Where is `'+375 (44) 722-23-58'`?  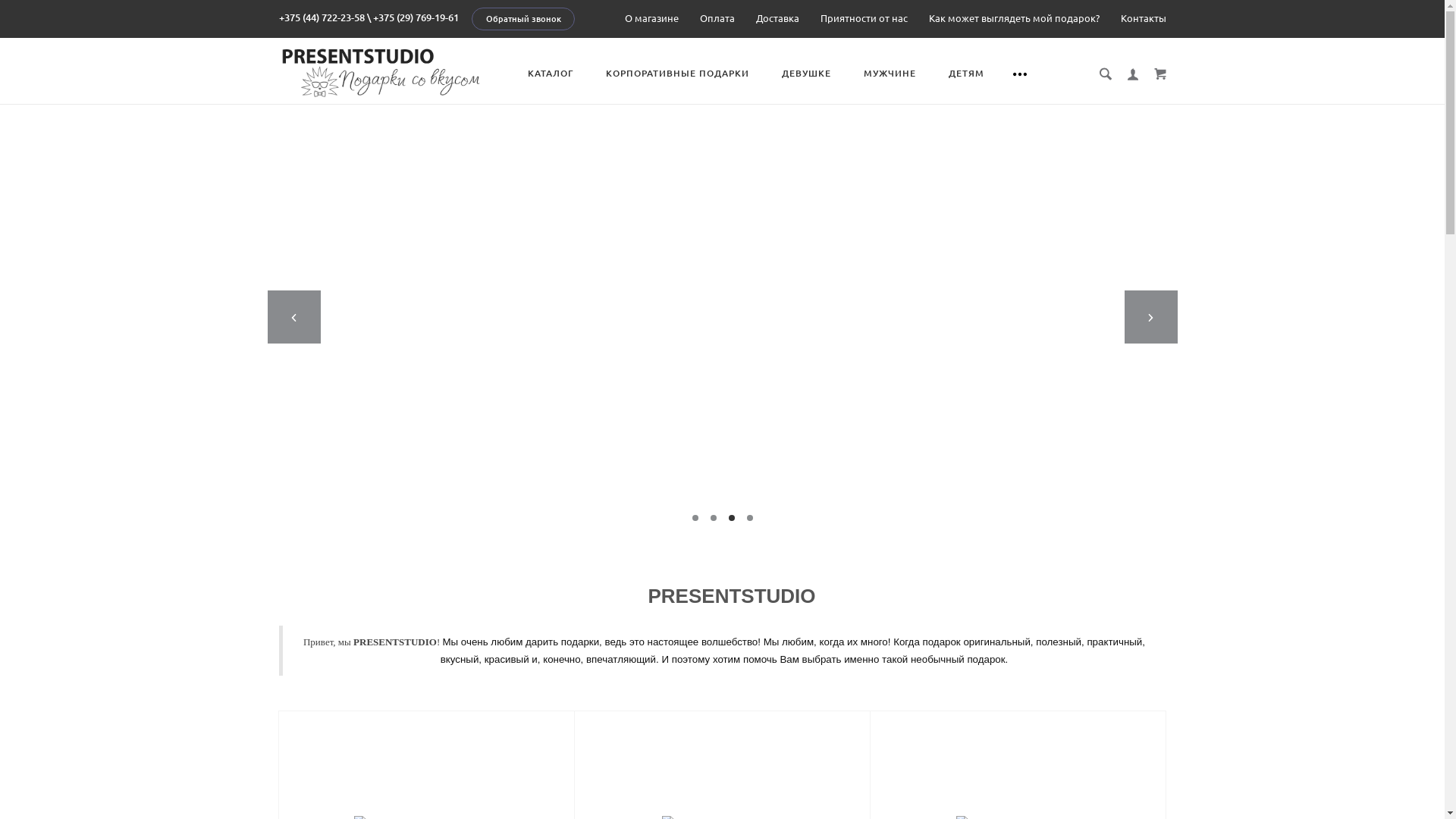 '+375 (44) 722-23-58' is located at coordinates (321, 17).